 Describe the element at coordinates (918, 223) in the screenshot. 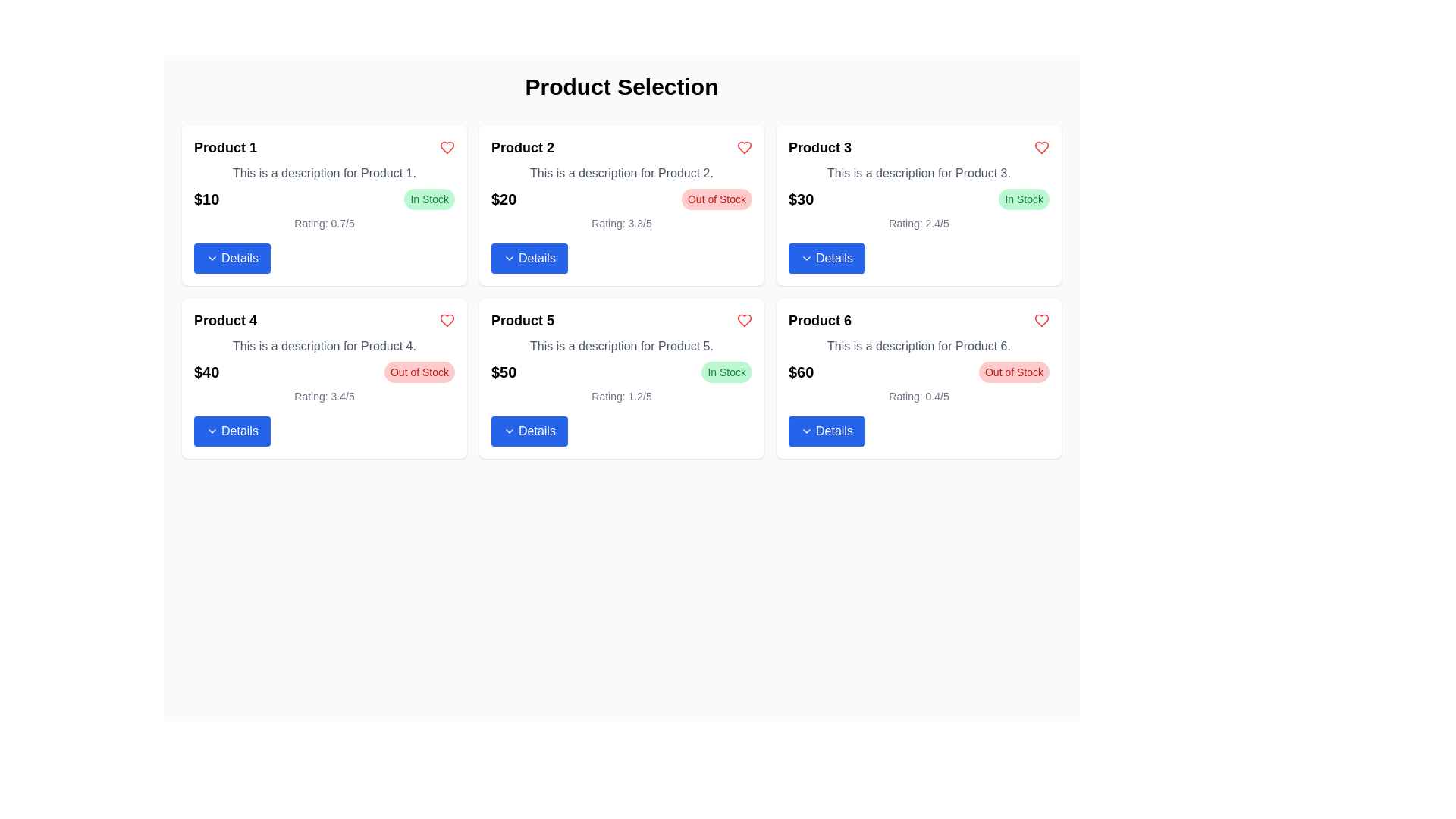

I see `text label displaying the average rating of Product 3, which is positioned below the price '$30' and above the 'Details' button` at that location.